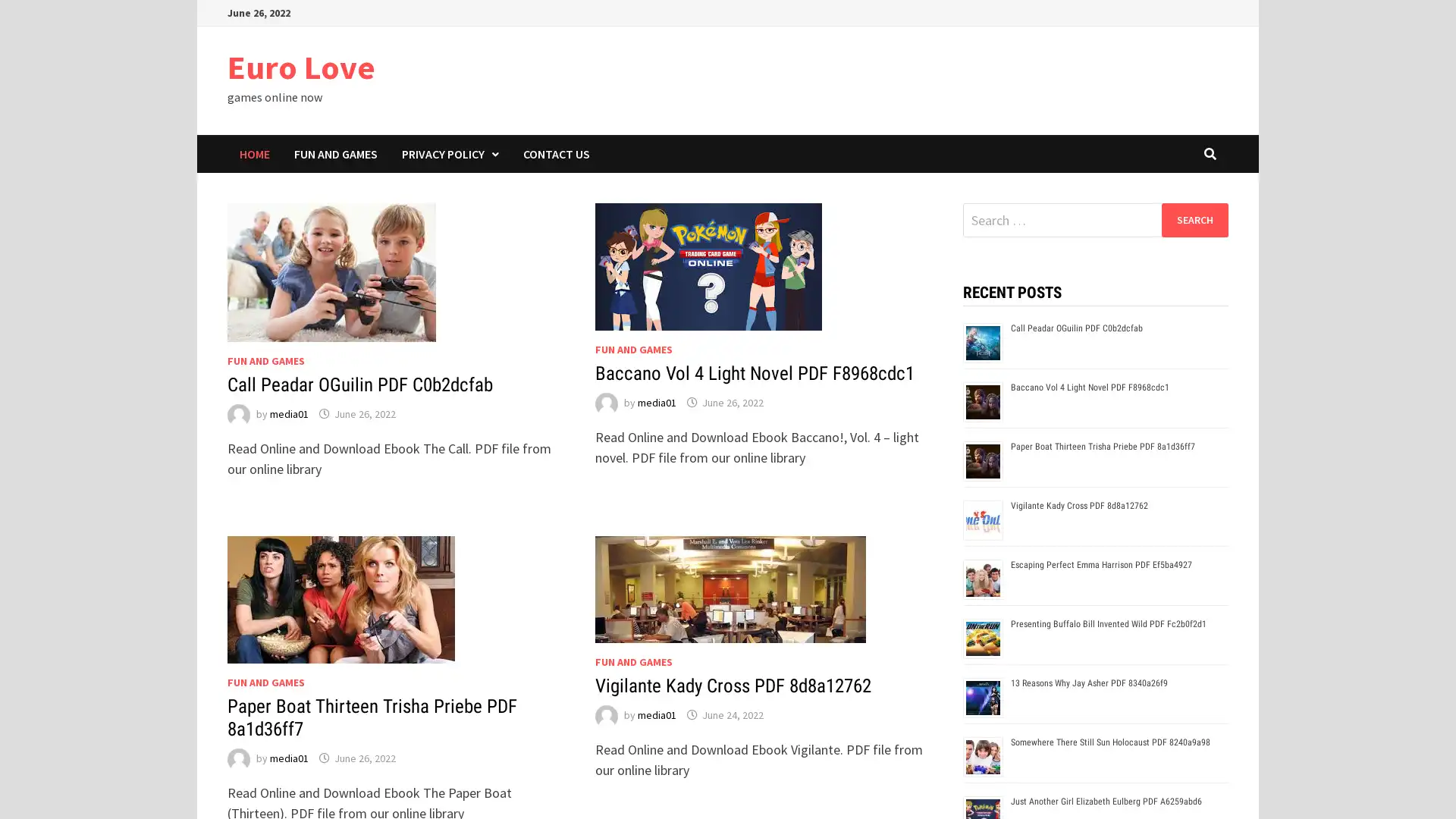 This screenshot has height=819, width=1456. What do you see at coordinates (1194, 219) in the screenshot?
I see `Search` at bounding box center [1194, 219].